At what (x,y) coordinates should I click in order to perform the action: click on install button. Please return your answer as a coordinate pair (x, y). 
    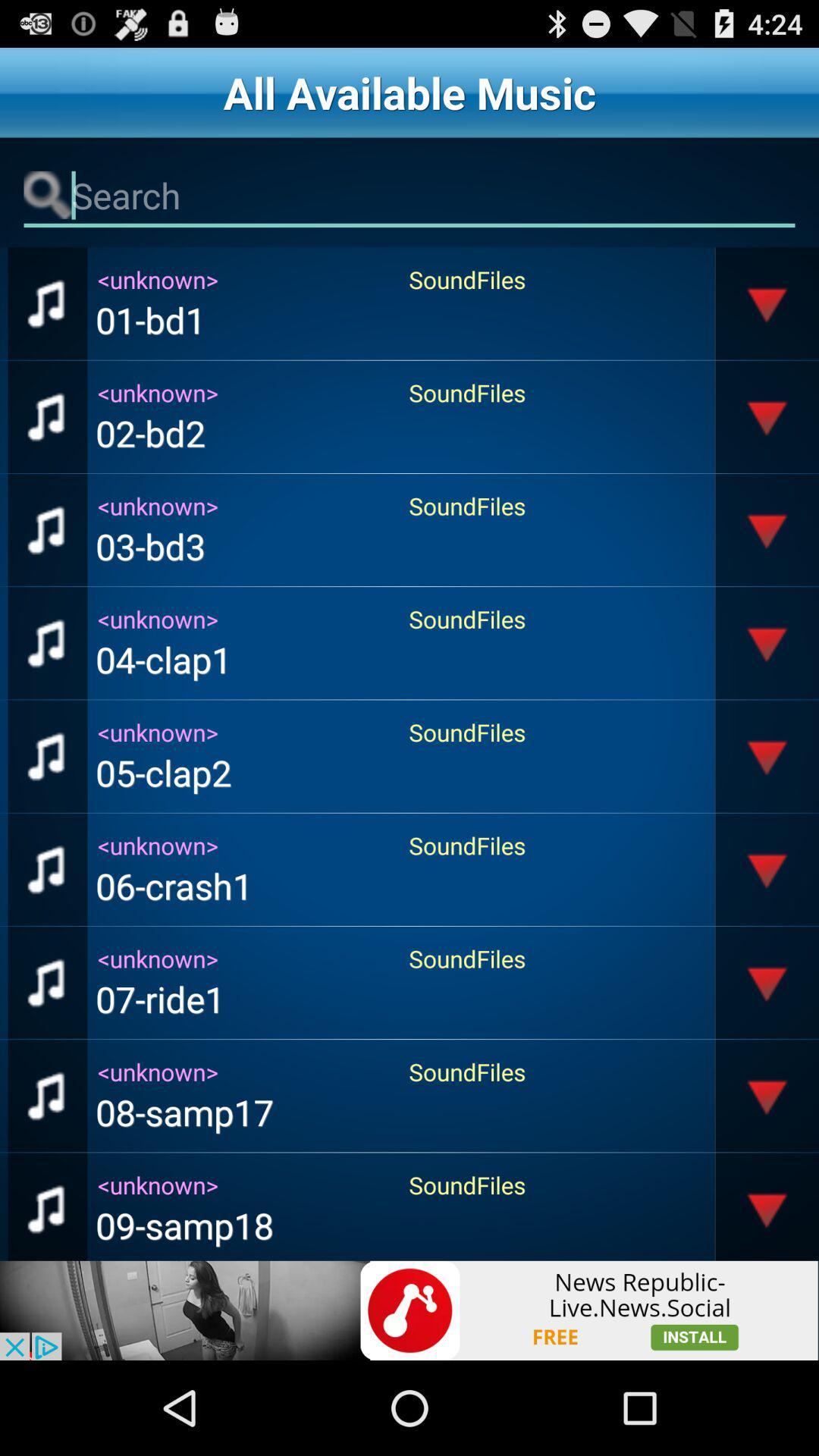
    Looking at the image, I should click on (409, 1310).